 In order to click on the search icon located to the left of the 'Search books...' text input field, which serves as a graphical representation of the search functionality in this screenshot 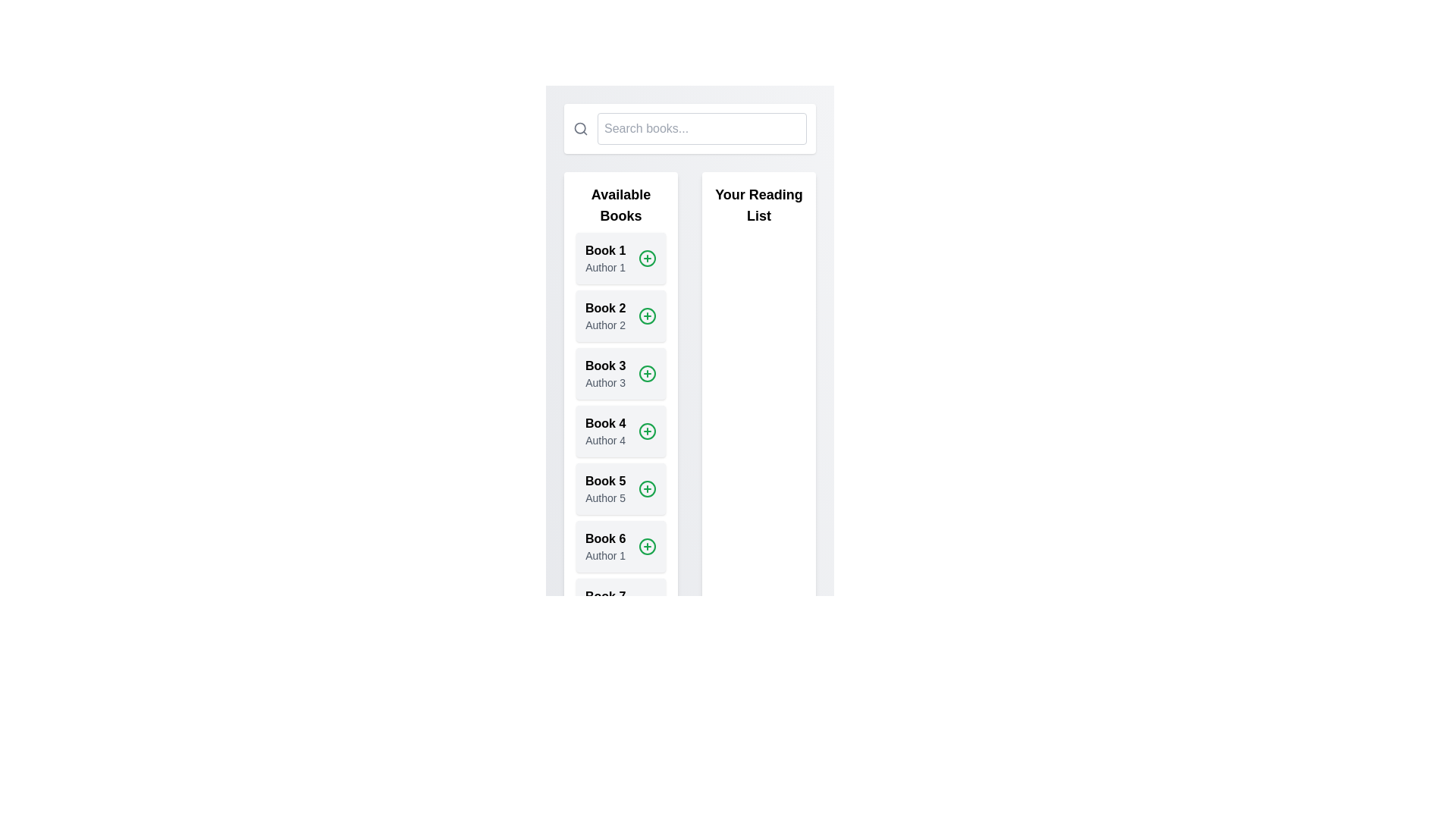, I will do `click(580, 127)`.